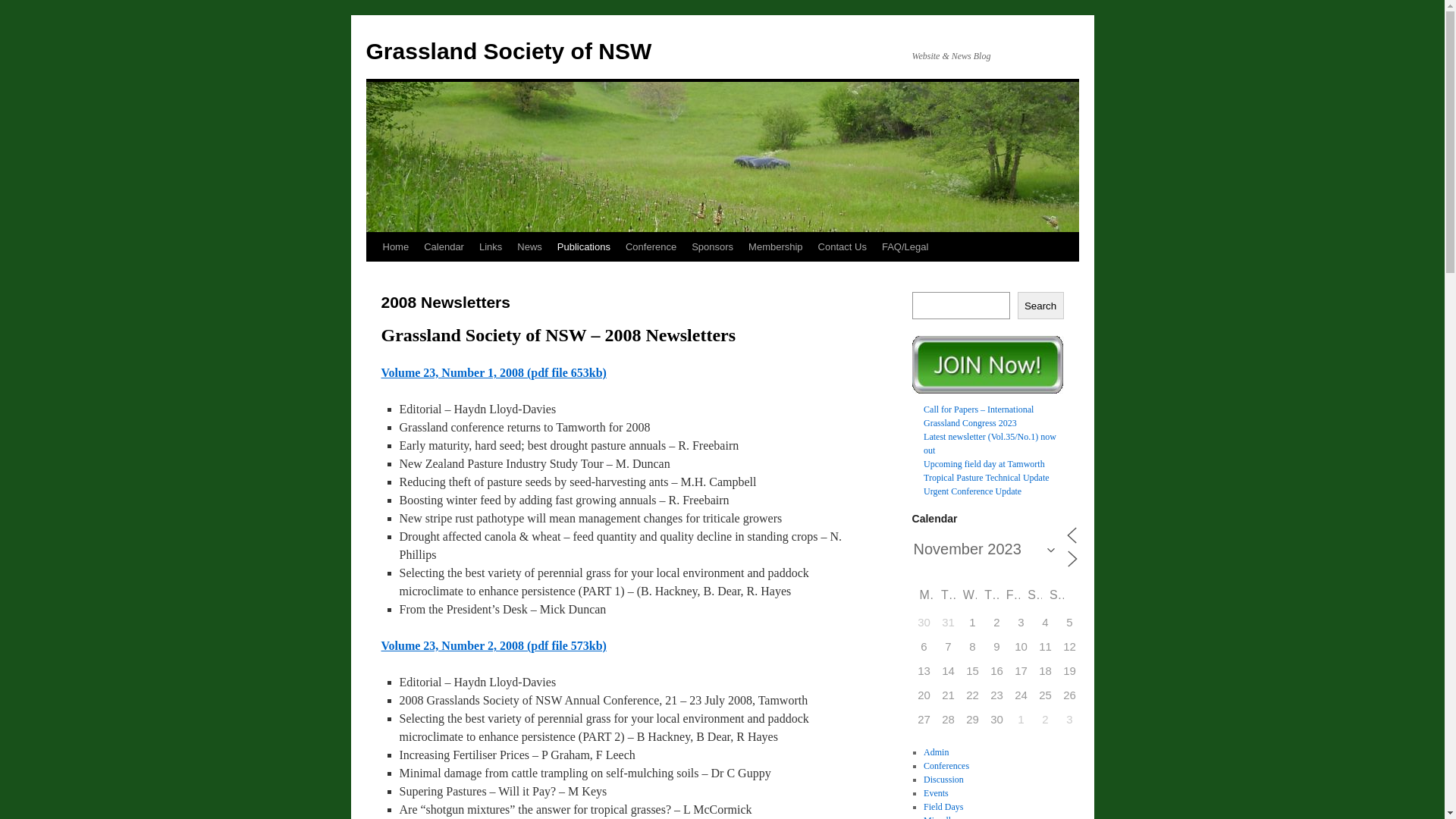  I want to click on 'Skip to content', so click(372, 275).